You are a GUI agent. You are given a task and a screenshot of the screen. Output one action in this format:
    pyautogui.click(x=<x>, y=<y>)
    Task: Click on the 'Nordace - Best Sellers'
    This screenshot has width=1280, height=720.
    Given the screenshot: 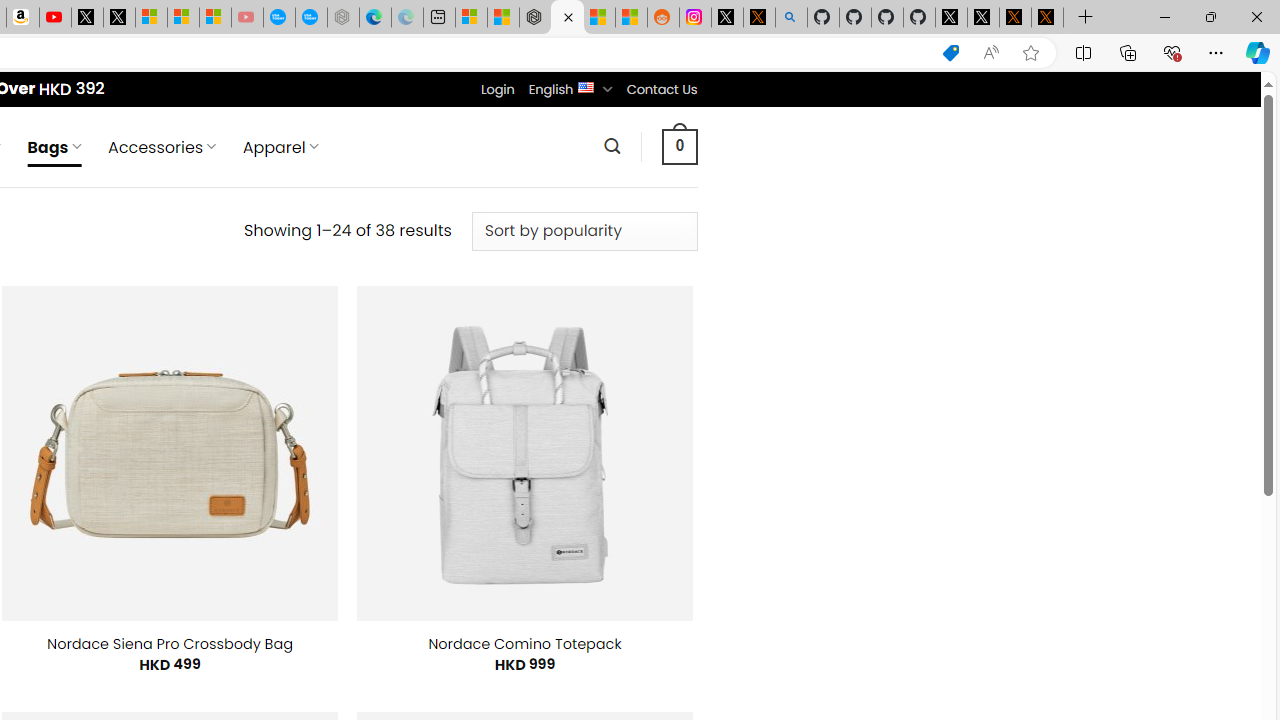 What is the action you would take?
    pyautogui.click(x=535, y=17)
    